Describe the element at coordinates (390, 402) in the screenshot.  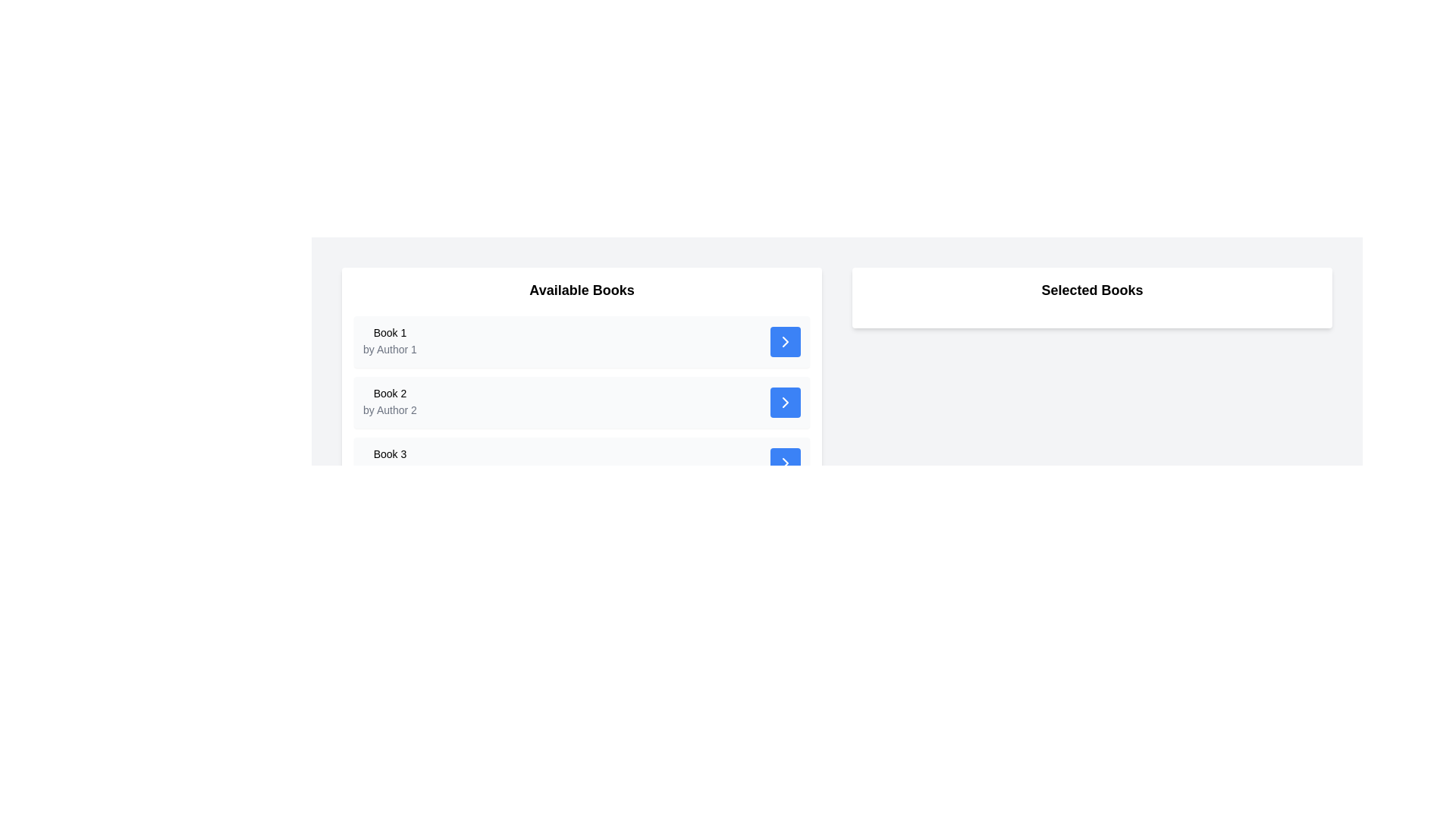
I see `the text label pair displaying 'Book 2' and 'by Author 2', which is the second item in the 'Available Books' section` at that location.